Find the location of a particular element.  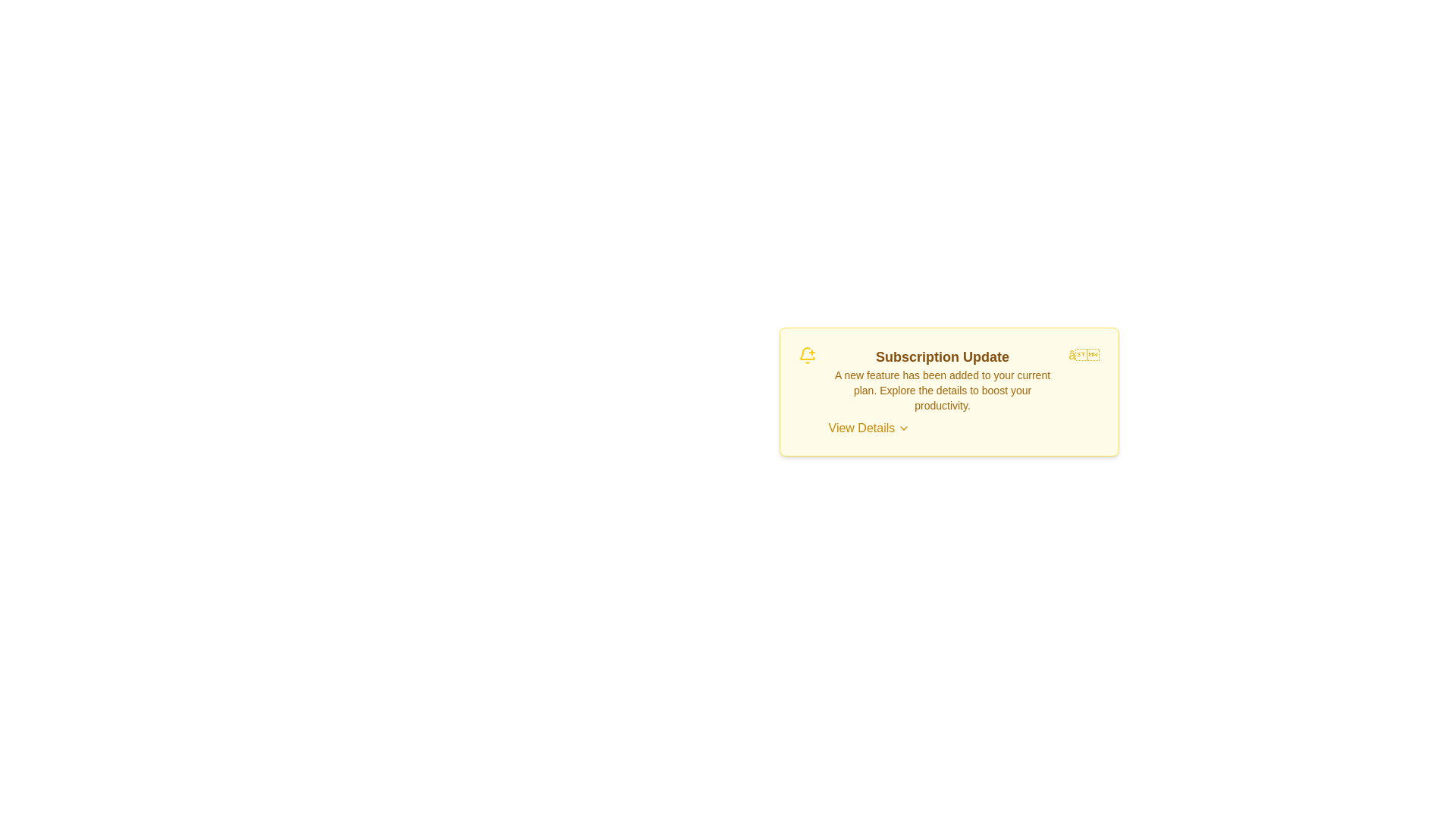

'View Details' button to explore more information is located at coordinates (869, 428).